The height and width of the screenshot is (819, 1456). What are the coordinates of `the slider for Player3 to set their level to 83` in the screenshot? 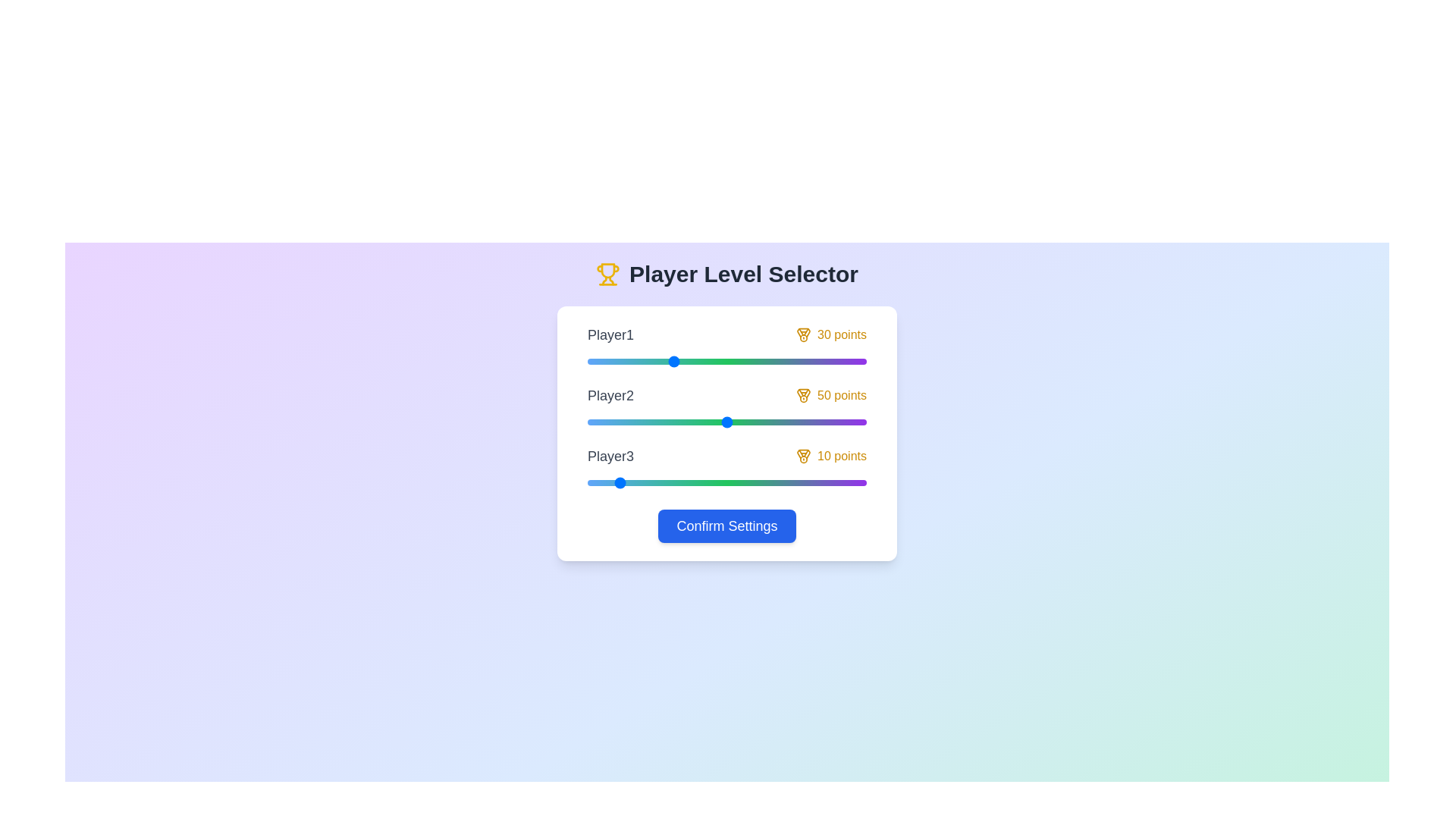 It's located at (818, 482).